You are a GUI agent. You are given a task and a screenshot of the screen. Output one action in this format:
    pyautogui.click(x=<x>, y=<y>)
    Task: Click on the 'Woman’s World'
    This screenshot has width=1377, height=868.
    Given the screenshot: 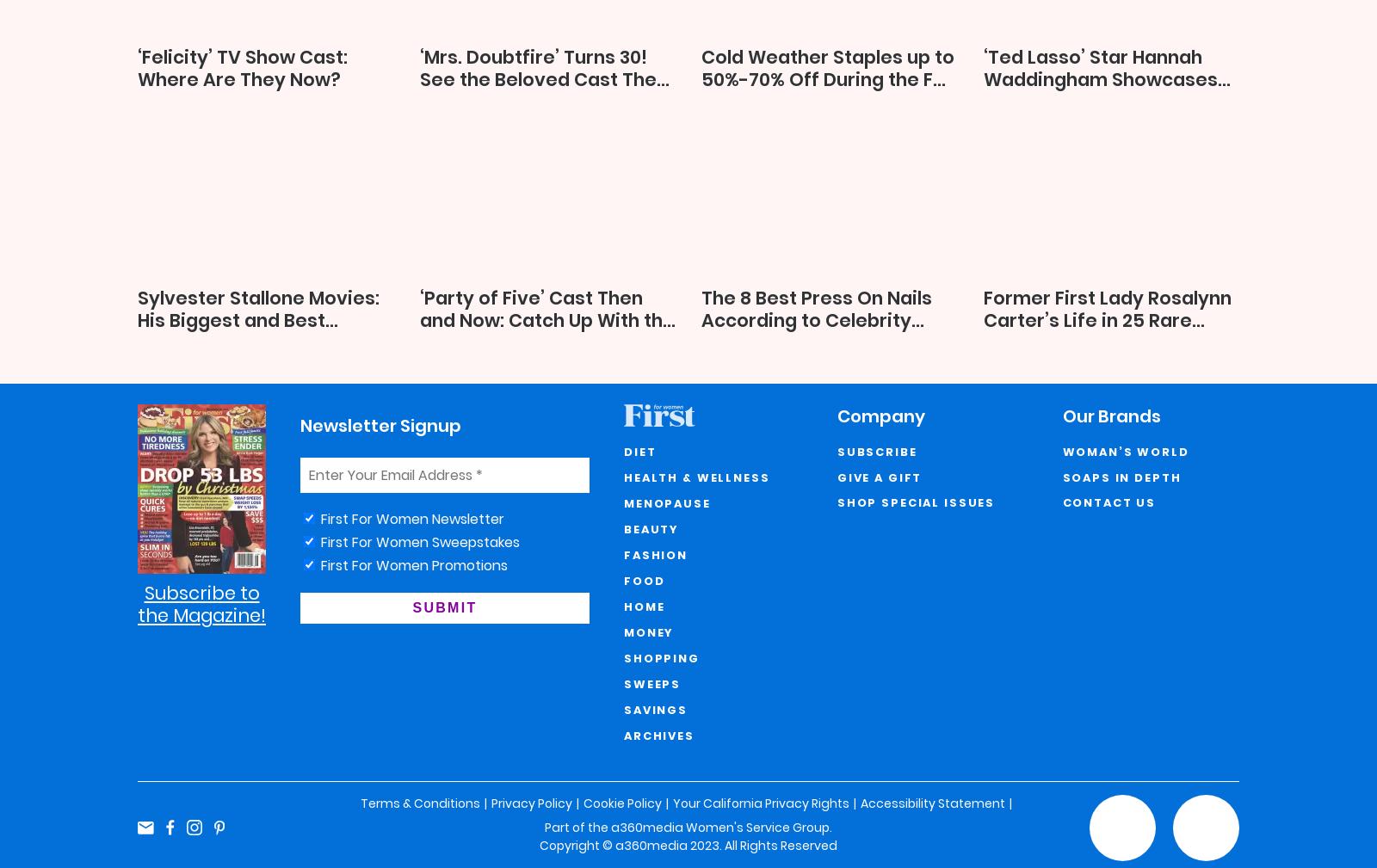 What is the action you would take?
    pyautogui.click(x=1124, y=452)
    